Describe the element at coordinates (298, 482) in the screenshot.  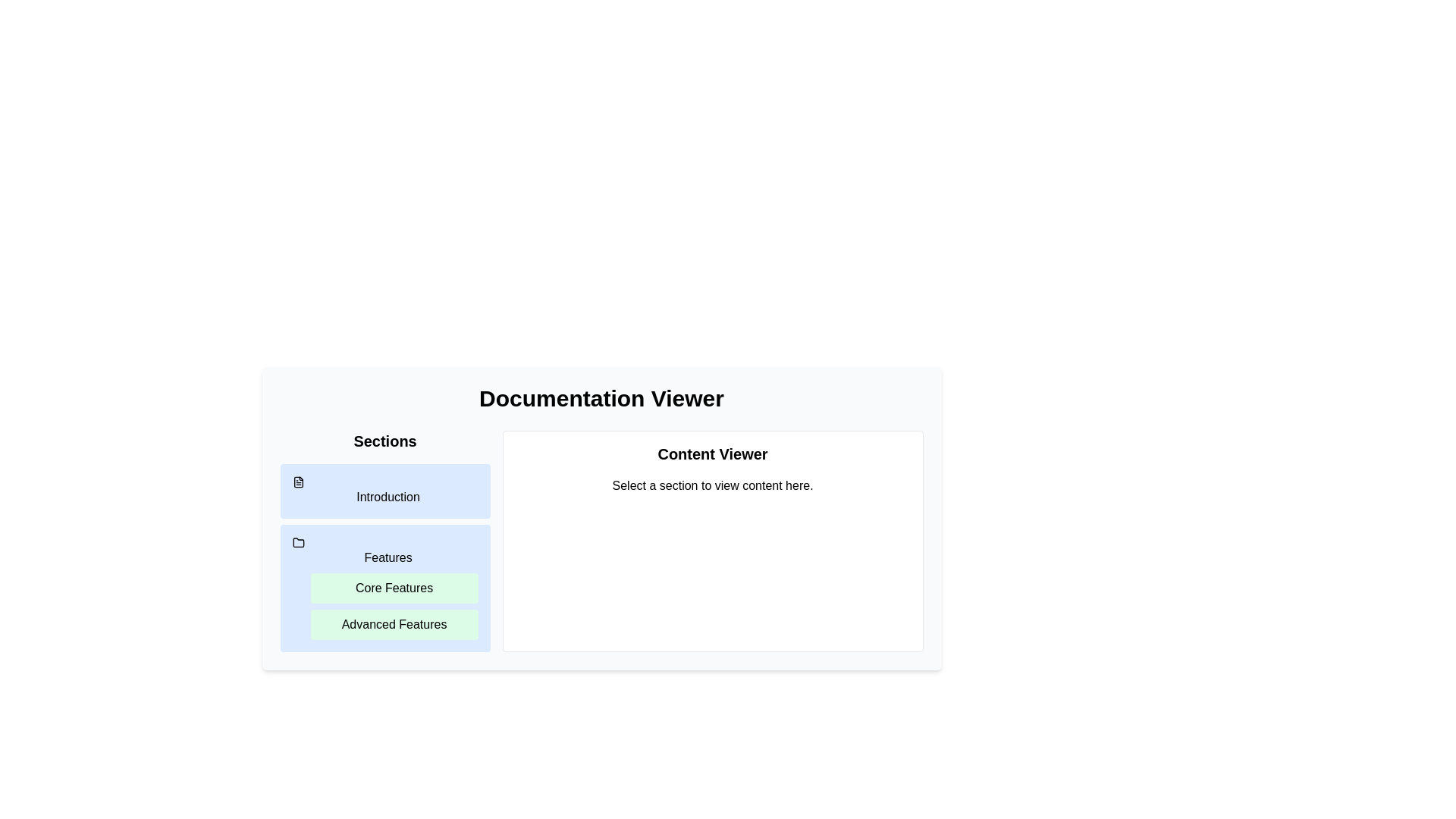
I see `the document icon, which is a compact black file representation located to the left of the 'Introduction' section in the left panel under the 'Sections' heading` at that location.